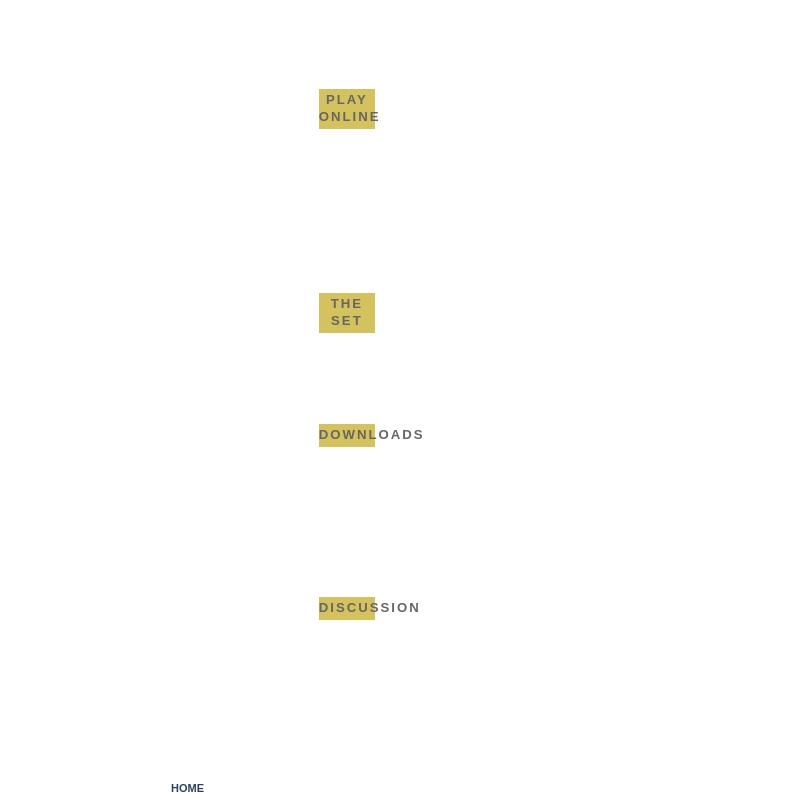  I want to click on 'Gold', so click(369, 13).